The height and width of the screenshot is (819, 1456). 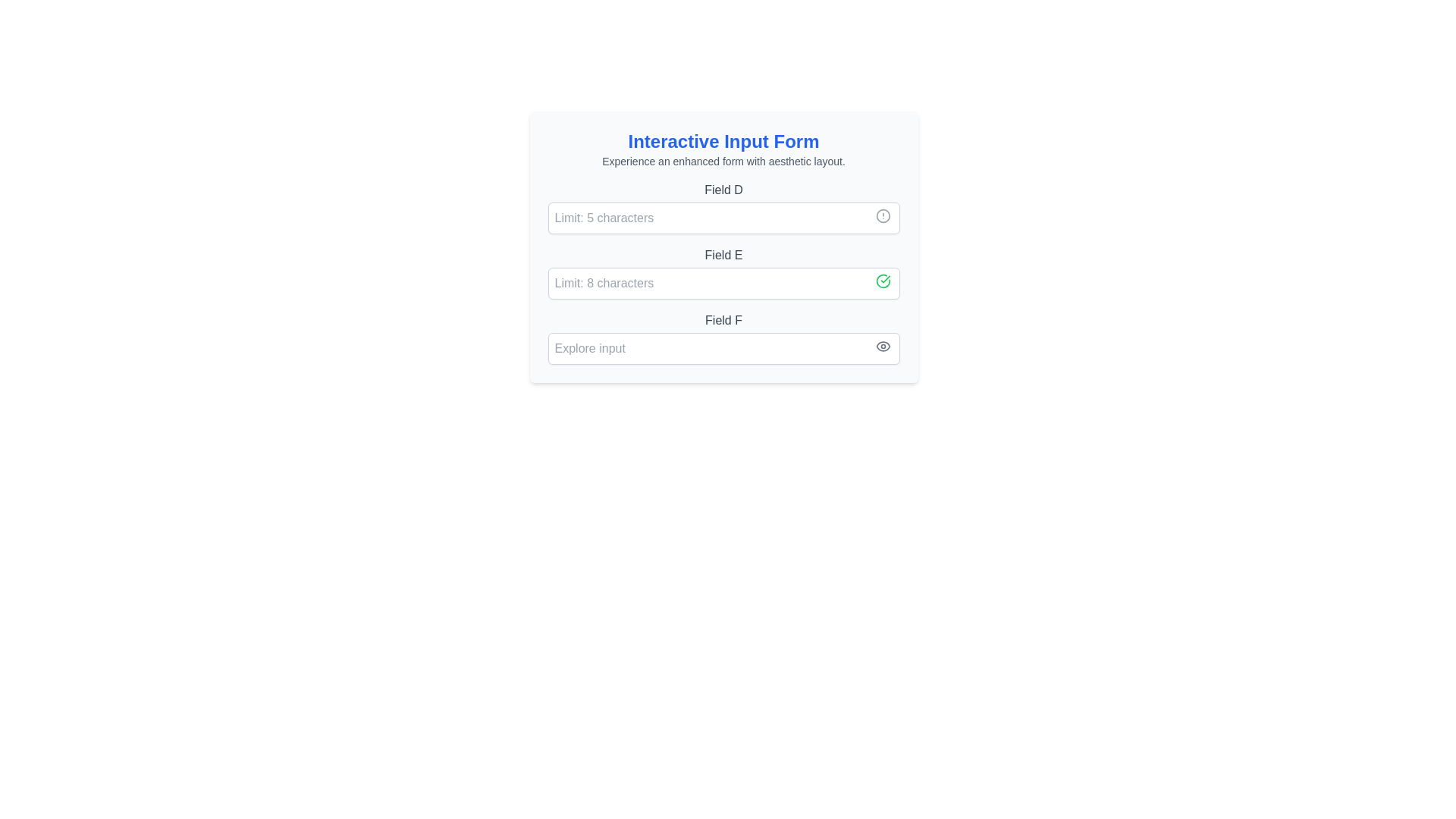 What do you see at coordinates (723, 254) in the screenshot?
I see `the static text label that provides descriptive information for the input field, located vertically between 'Field D' and 'Field F'` at bounding box center [723, 254].